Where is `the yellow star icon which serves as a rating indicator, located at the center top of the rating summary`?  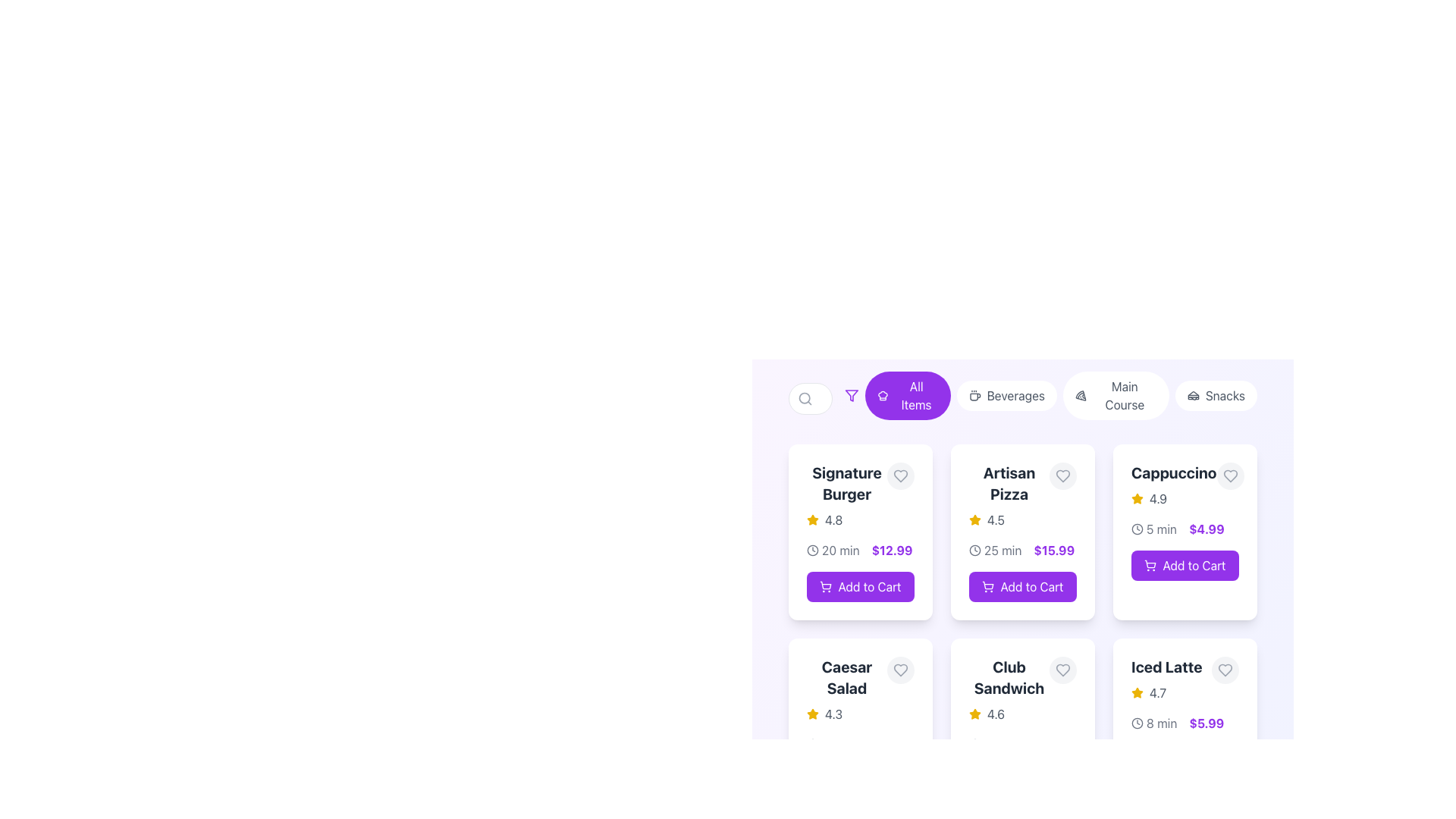
the yellow star icon which serves as a rating indicator, located at the center top of the rating summary is located at coordinates (975, 519).